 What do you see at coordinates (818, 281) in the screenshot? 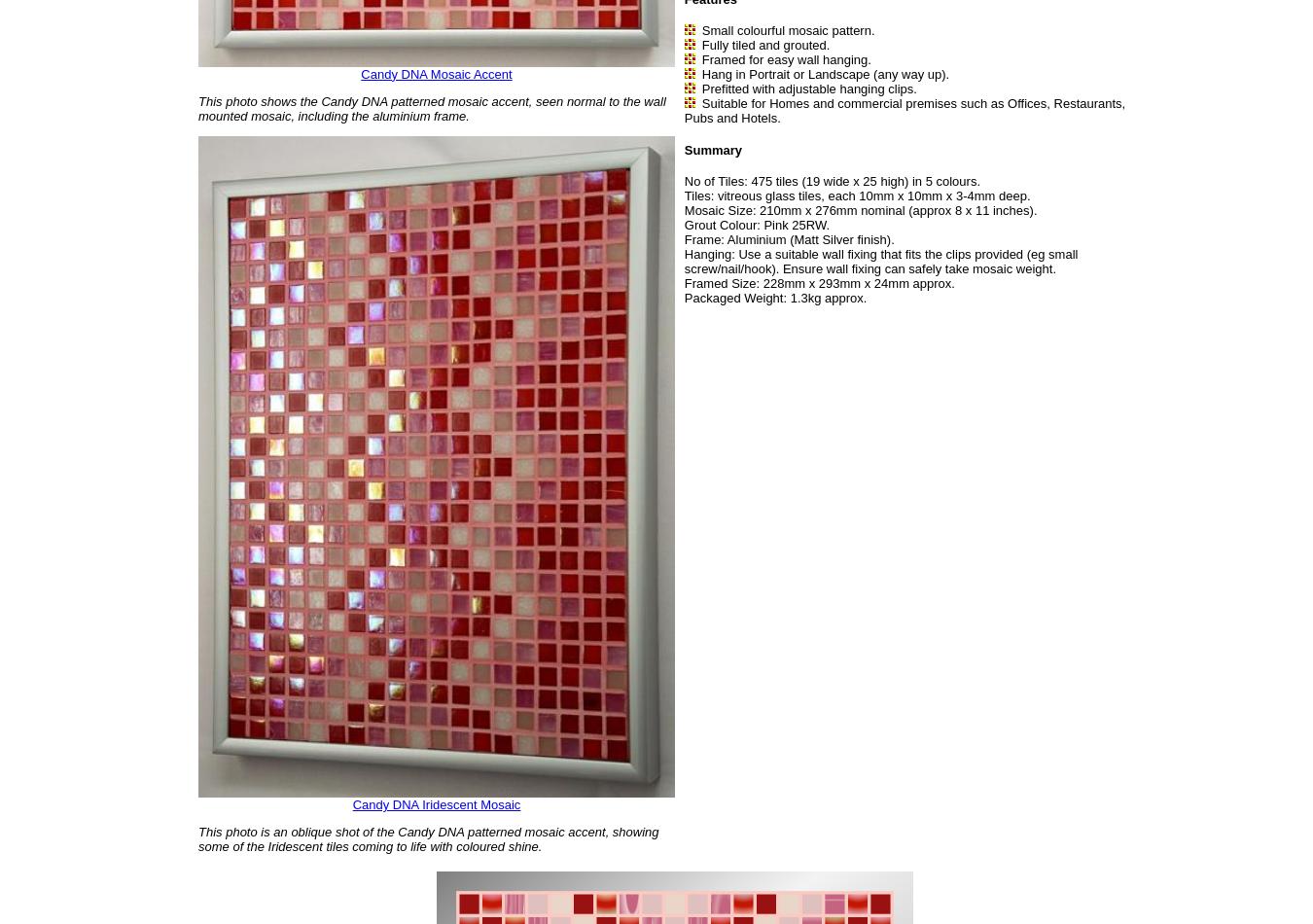
I see `'Framed Size: 228mm x 293mm x 24mm approx.'` at bounding box center [818, 281].